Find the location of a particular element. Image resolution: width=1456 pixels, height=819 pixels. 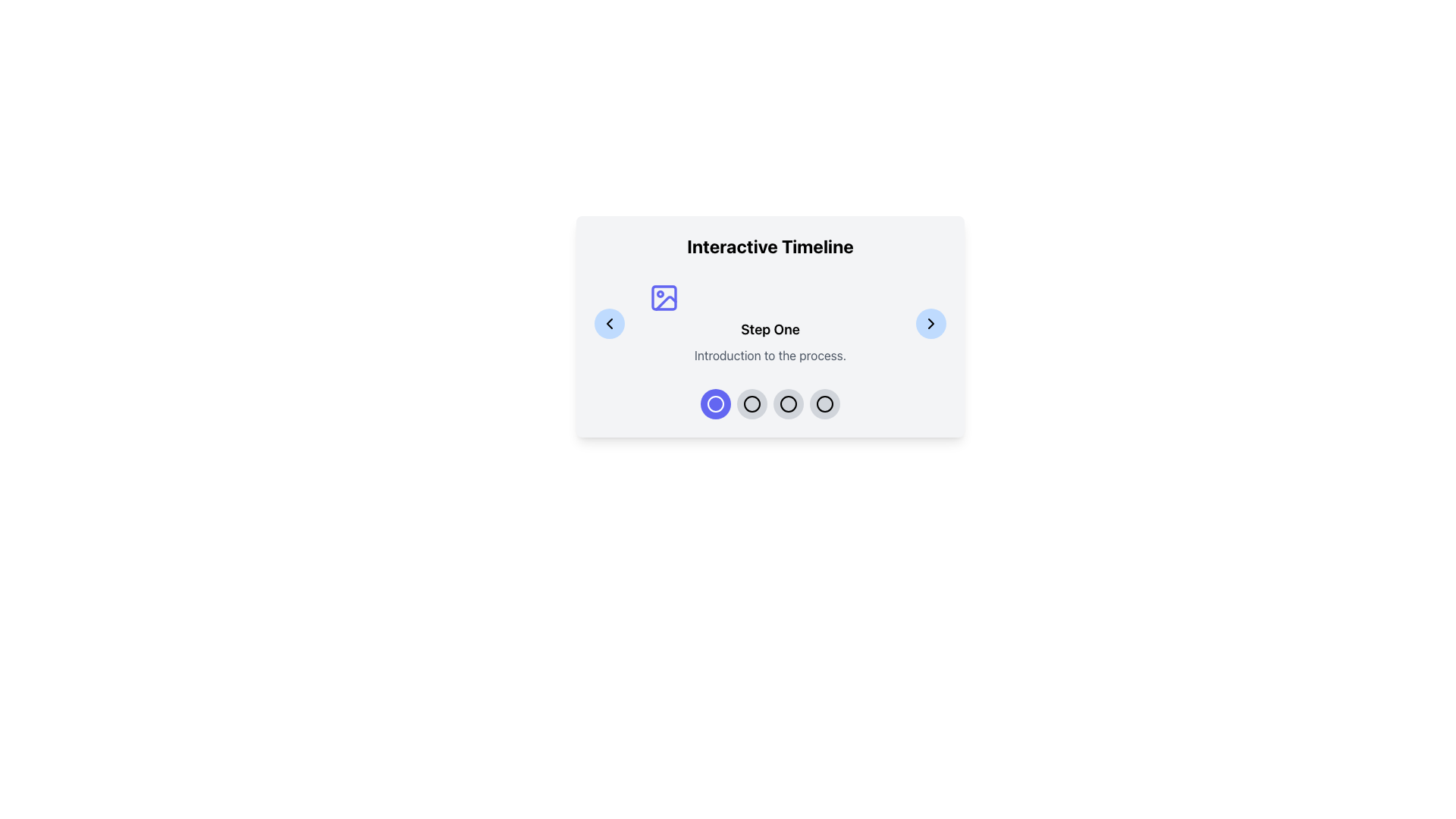

the navigation button located to the left of 'Step One' is located at coordinates (610, 323).